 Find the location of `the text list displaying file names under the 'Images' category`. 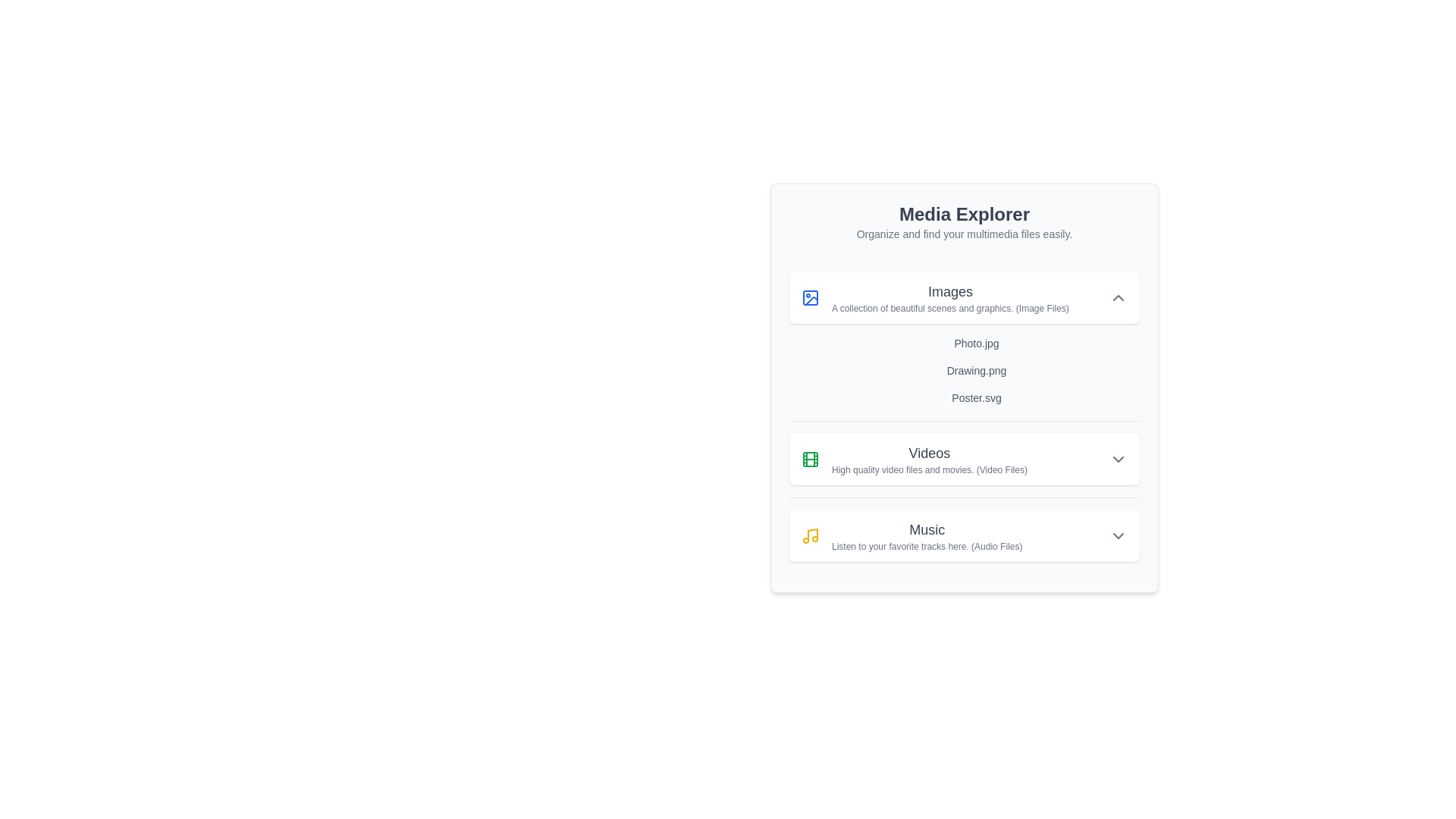

the text list displaying file names under the 'Images' category is located at coordinates (976, 371).